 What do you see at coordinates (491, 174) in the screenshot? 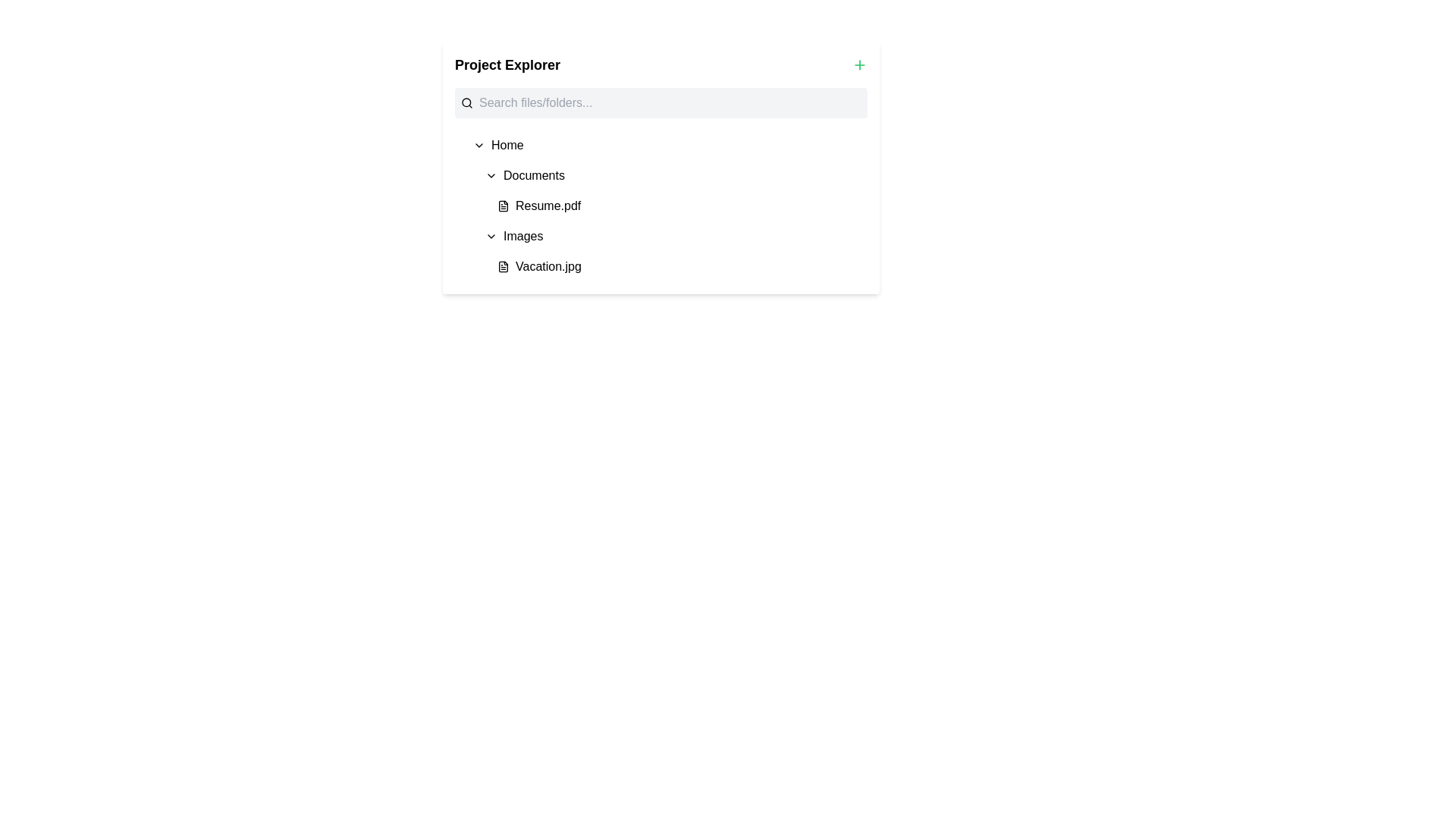
I see `the Chevron-Down icon located to the left of the 'Documents' folder label in the Project Explorer interface` at bounding box center [491, 174].